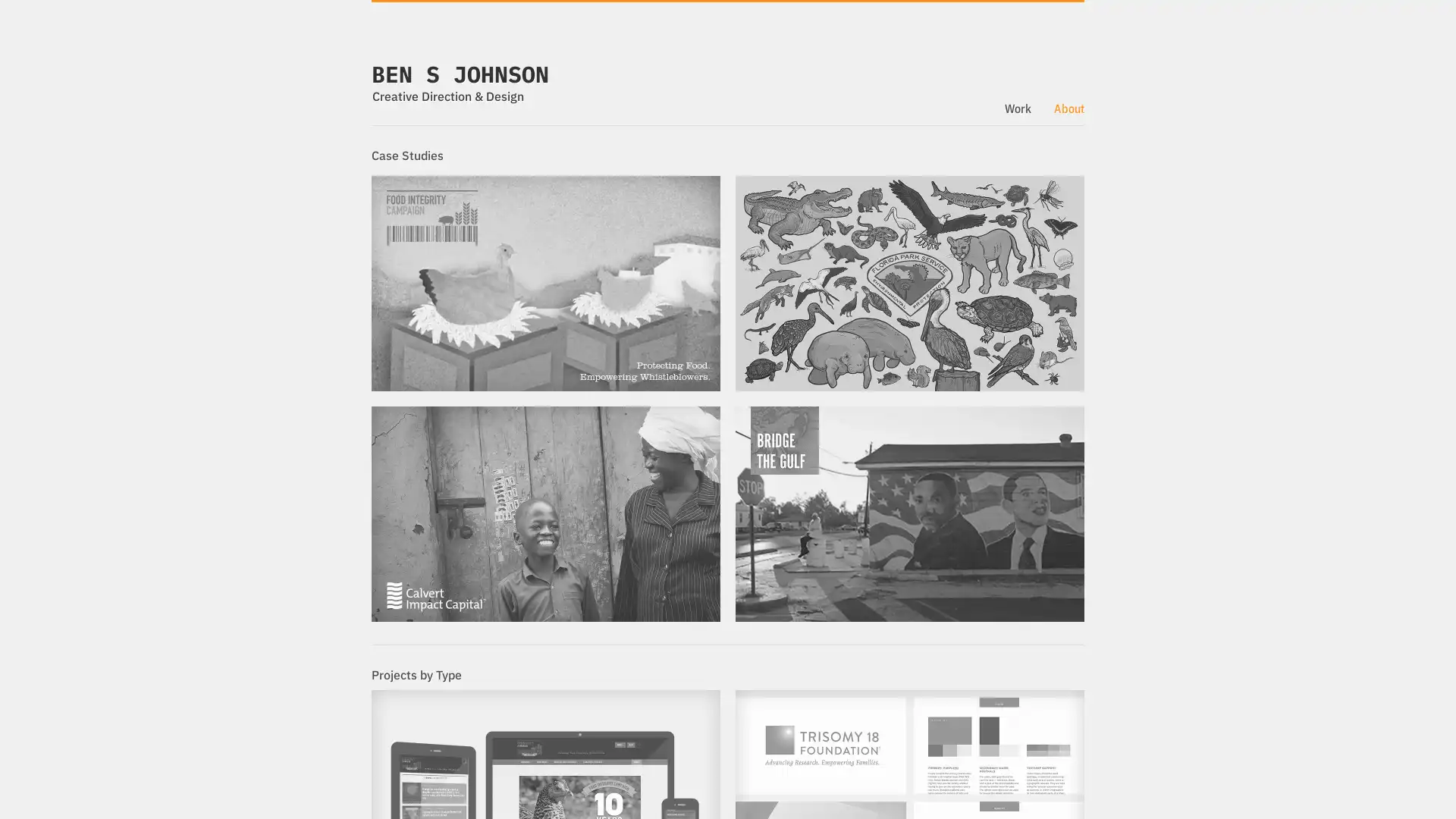 This screenshot has height=819, width=1456. Describe the element at coordinates (1068, 107) in the screenshot. I see `About` at that location.